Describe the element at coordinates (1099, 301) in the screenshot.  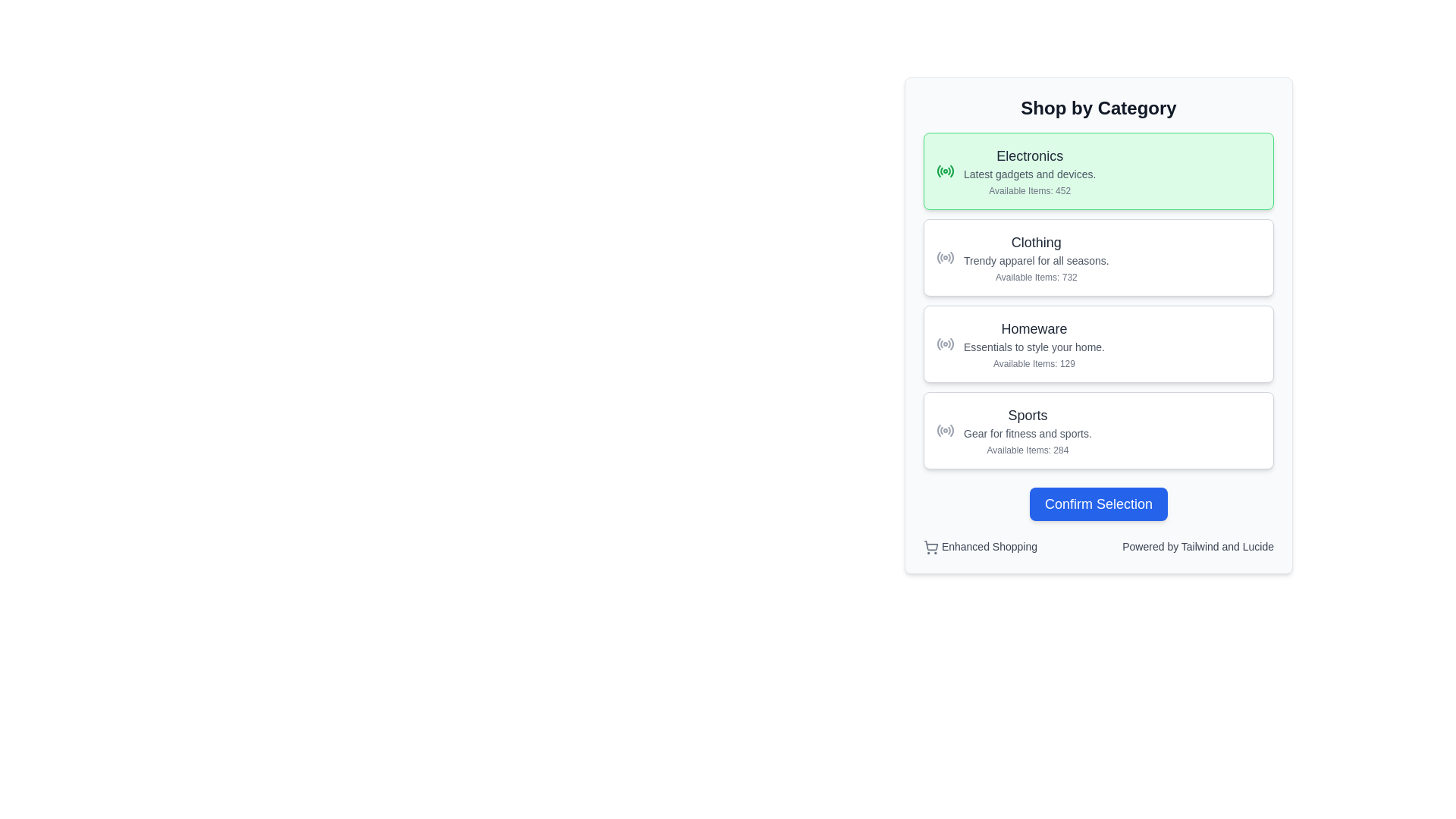
I see `a list item in the 'Shop by Category' vertical list of selectable items` at that location.